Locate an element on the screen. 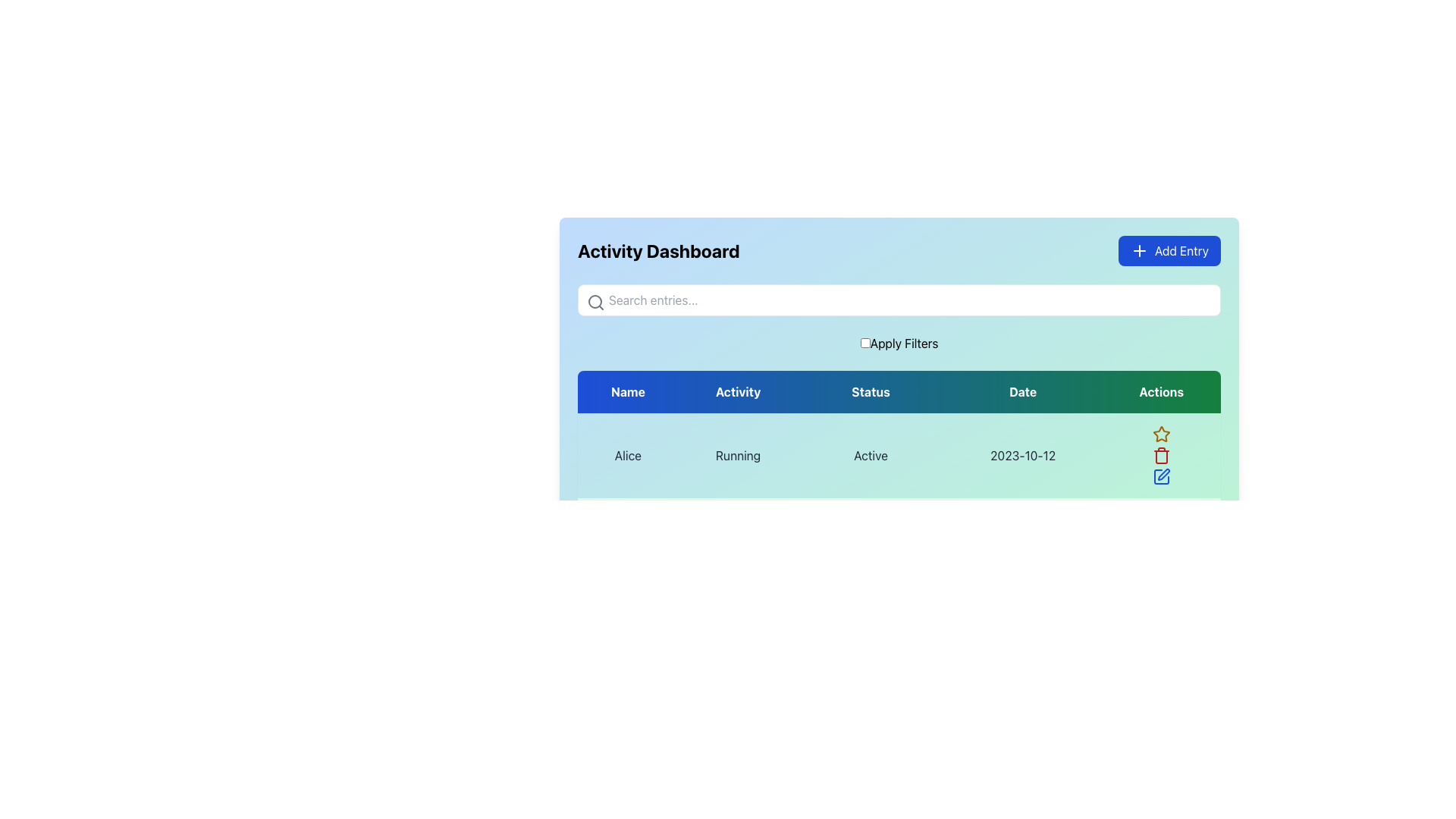 The width and height of the screenshot is (1456, 819). the icon located to the left of the text label within the 'Add Entry' button in the top-right corner of the interface is located at coordinates (1139, 250).